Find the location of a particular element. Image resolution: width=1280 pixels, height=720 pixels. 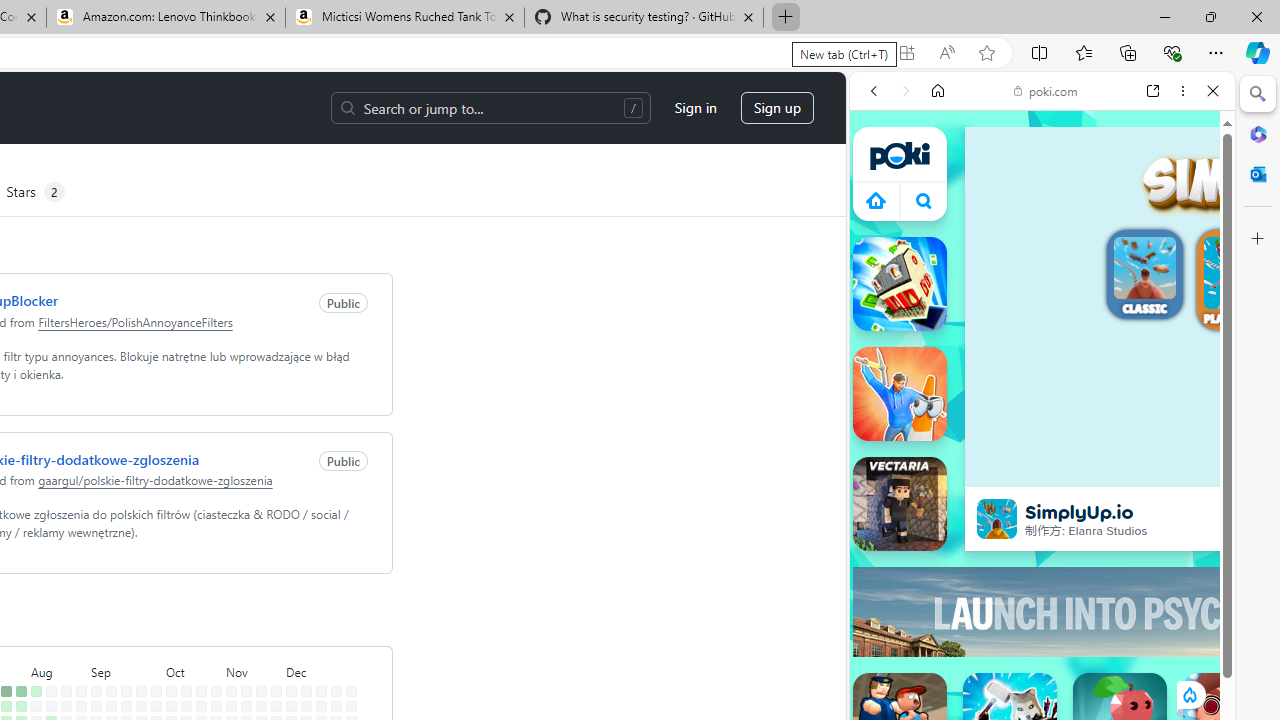

'December' is located at coordinates (321, 670).